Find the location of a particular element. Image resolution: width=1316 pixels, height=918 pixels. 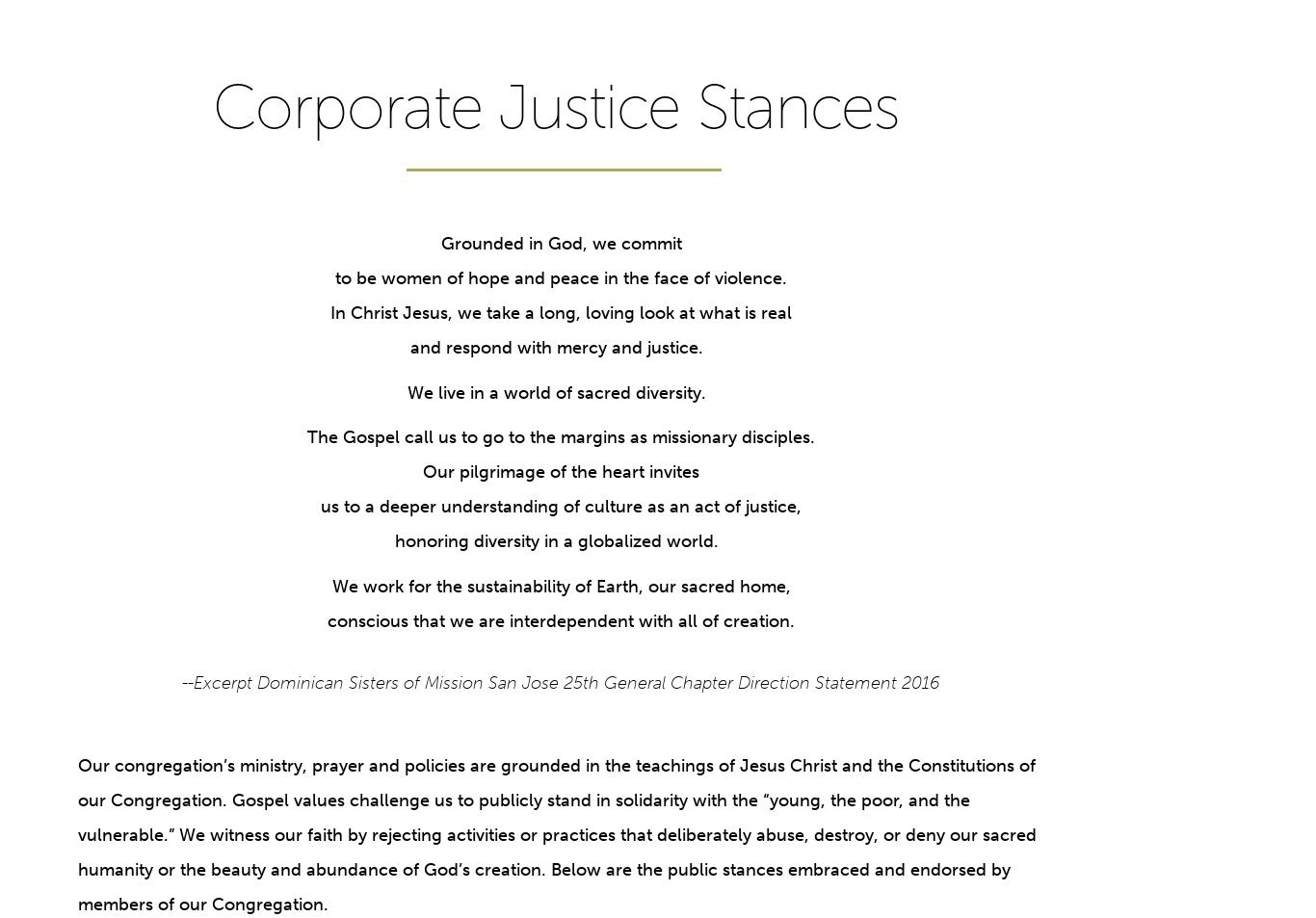

'We live in a world of sacred diversity.' is located at coordinates (560, 391).